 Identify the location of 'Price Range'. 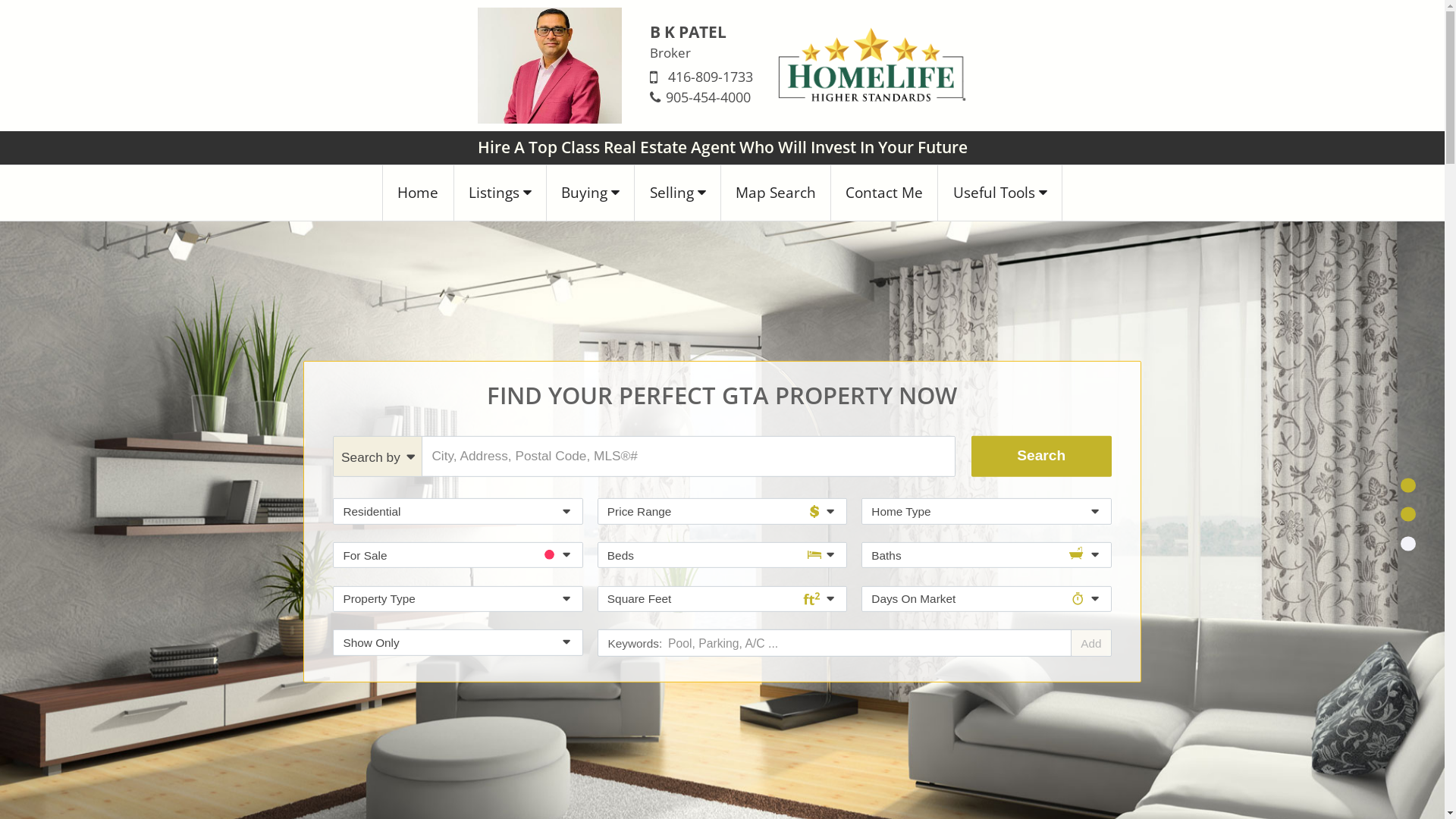
(721, 511).